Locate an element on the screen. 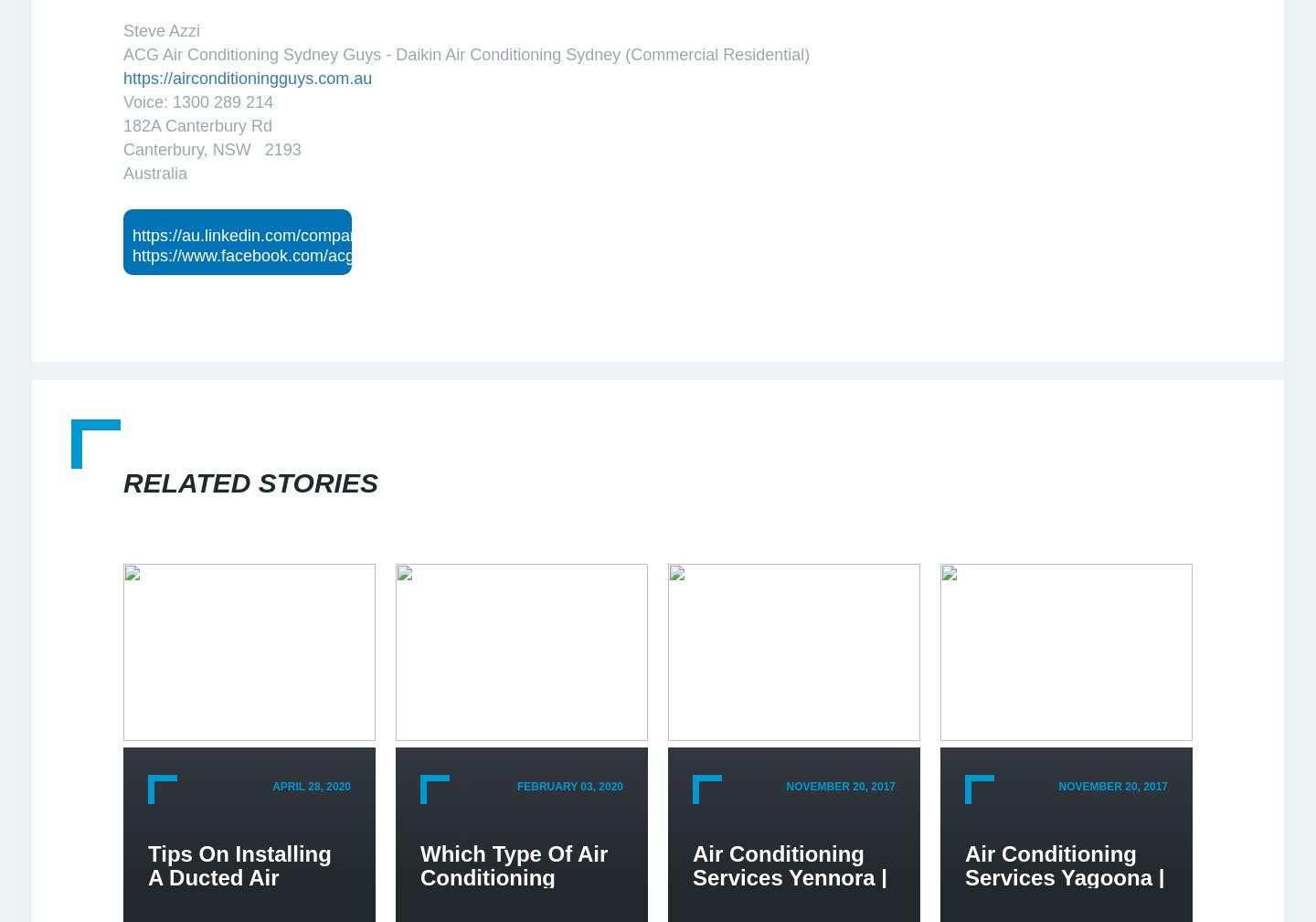 This screenshot has height=922, width=1316. '1300 289 214' is located at coordinates (221, 101).